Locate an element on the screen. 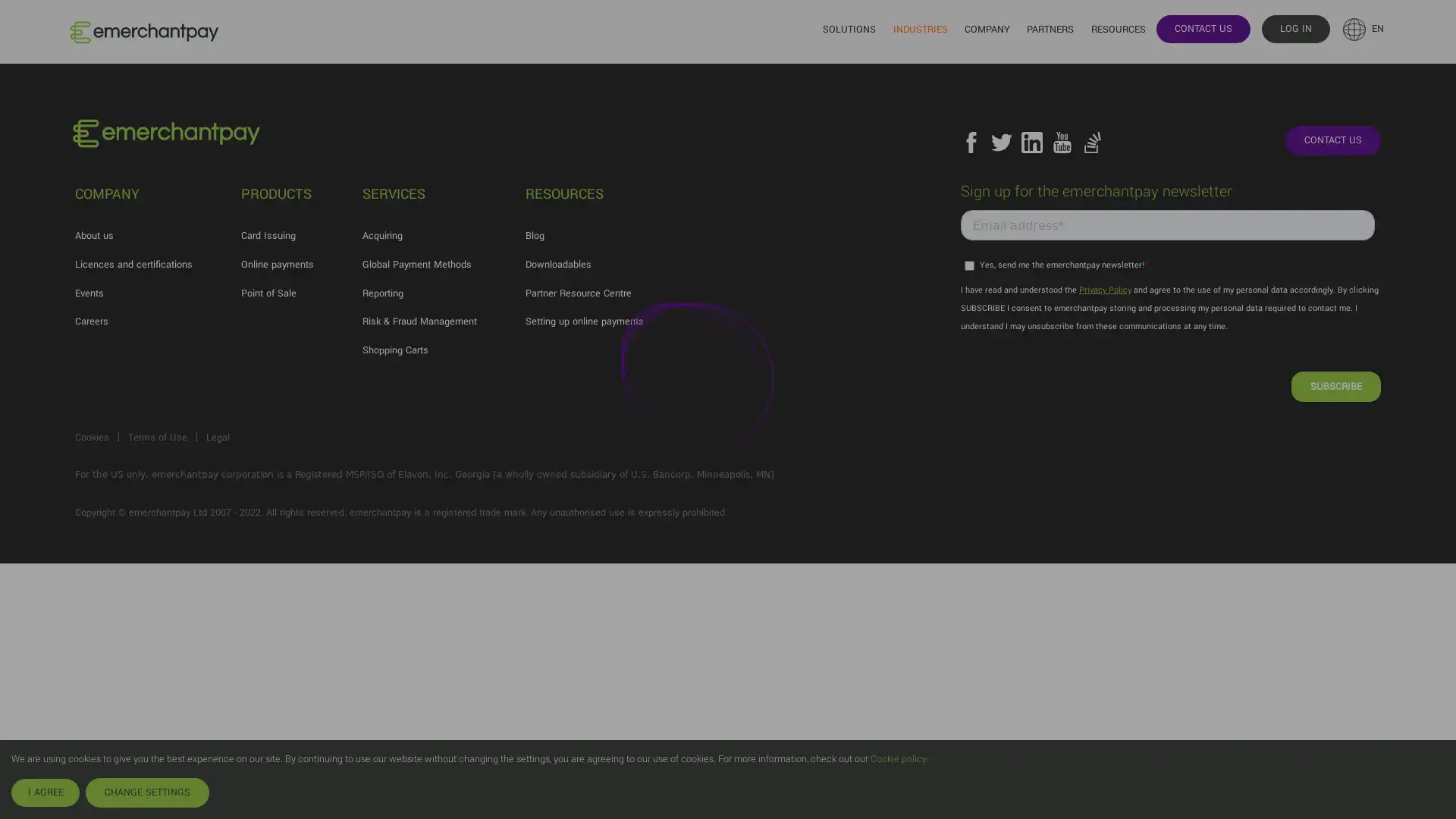  I AGREE is located at coordinates (45, 792).